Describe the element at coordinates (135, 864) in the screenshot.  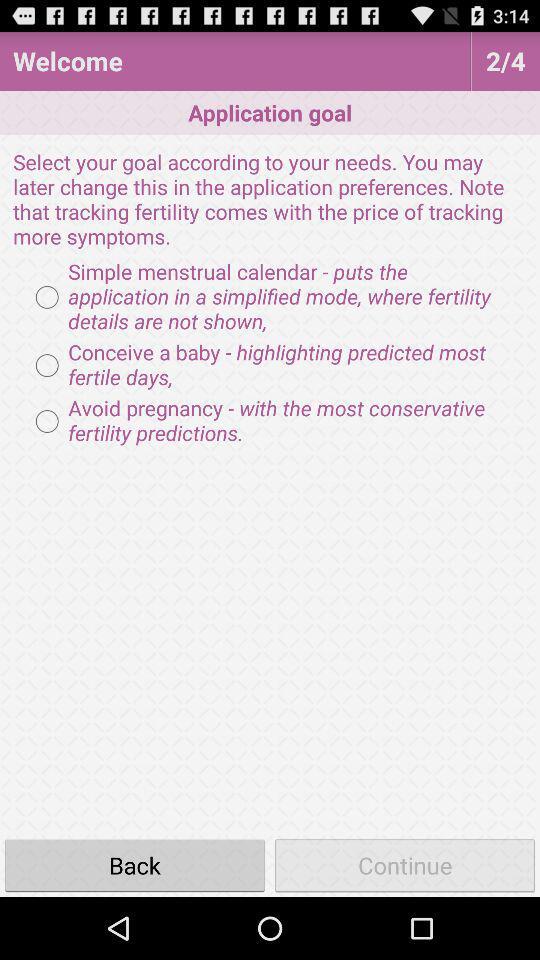
I see `icon below the avoid pregnancy with` at that location.